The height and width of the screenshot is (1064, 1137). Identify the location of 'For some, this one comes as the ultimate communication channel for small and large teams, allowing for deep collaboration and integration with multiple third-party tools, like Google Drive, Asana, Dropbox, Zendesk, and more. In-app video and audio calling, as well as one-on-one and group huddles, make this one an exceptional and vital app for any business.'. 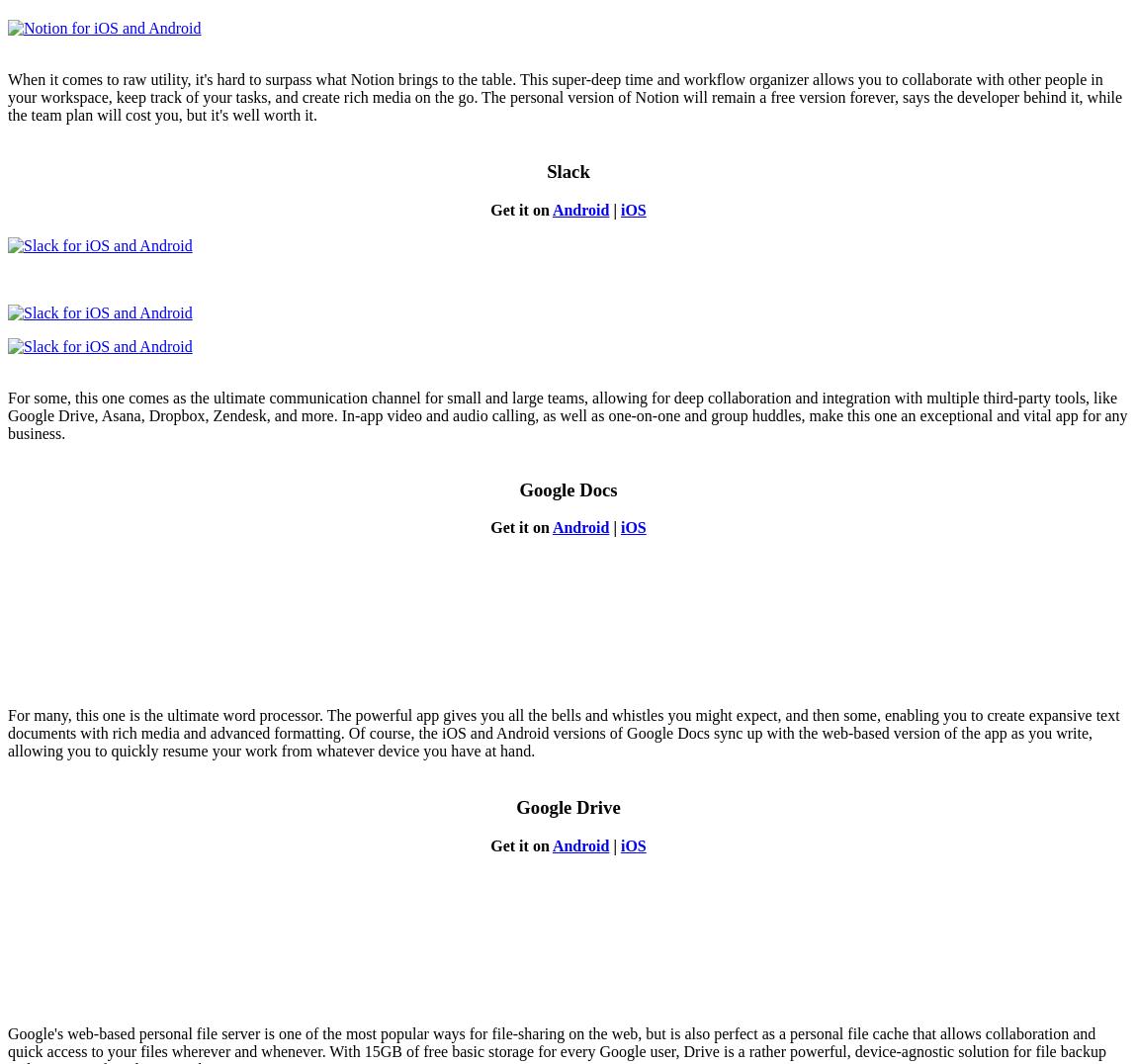
(567, 414).